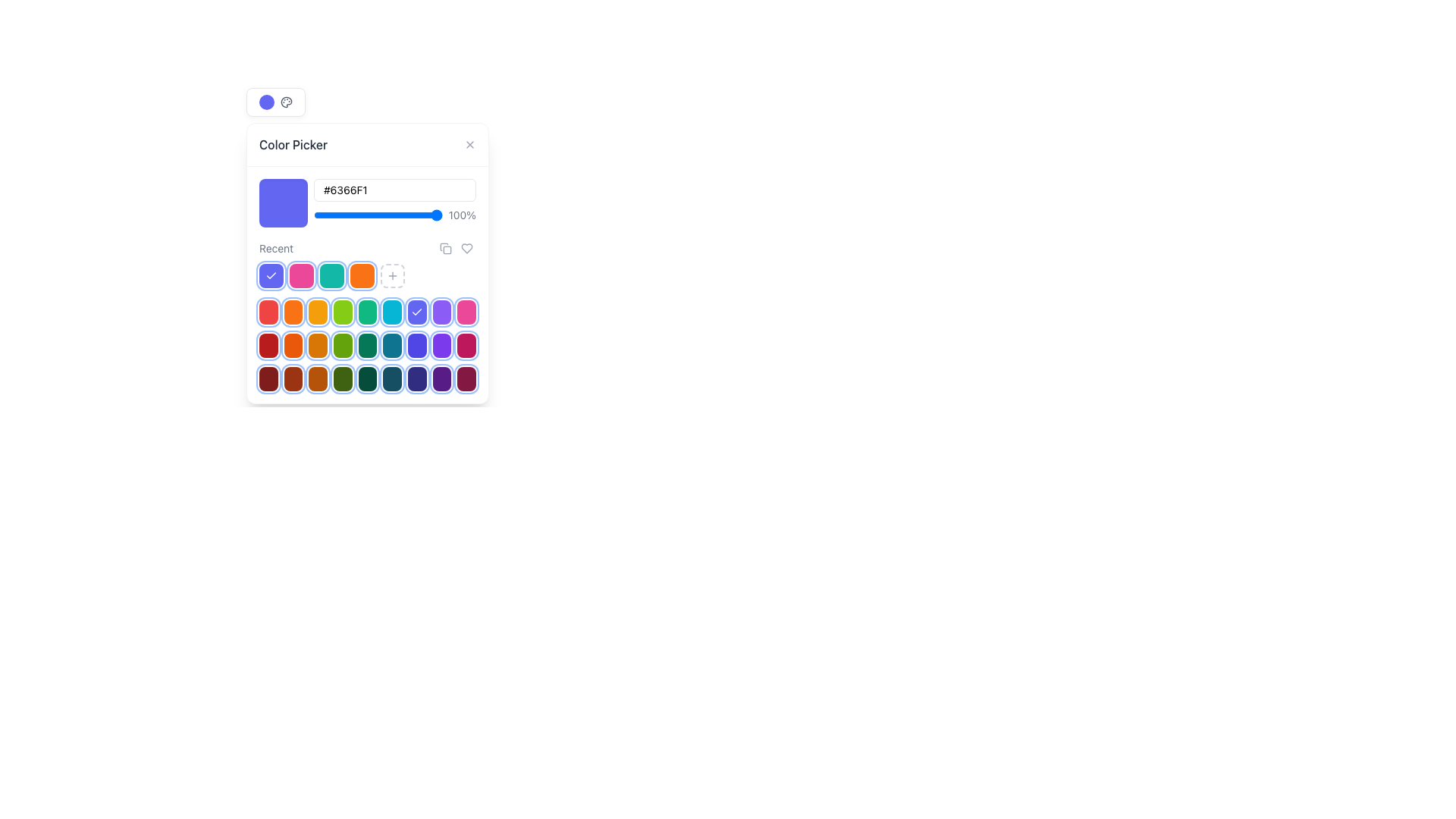 The image size is (1456, 819). What do you see at coordinates (340, 215) in the screenshot?
I see `the slider` at bounding box center [340, 215].